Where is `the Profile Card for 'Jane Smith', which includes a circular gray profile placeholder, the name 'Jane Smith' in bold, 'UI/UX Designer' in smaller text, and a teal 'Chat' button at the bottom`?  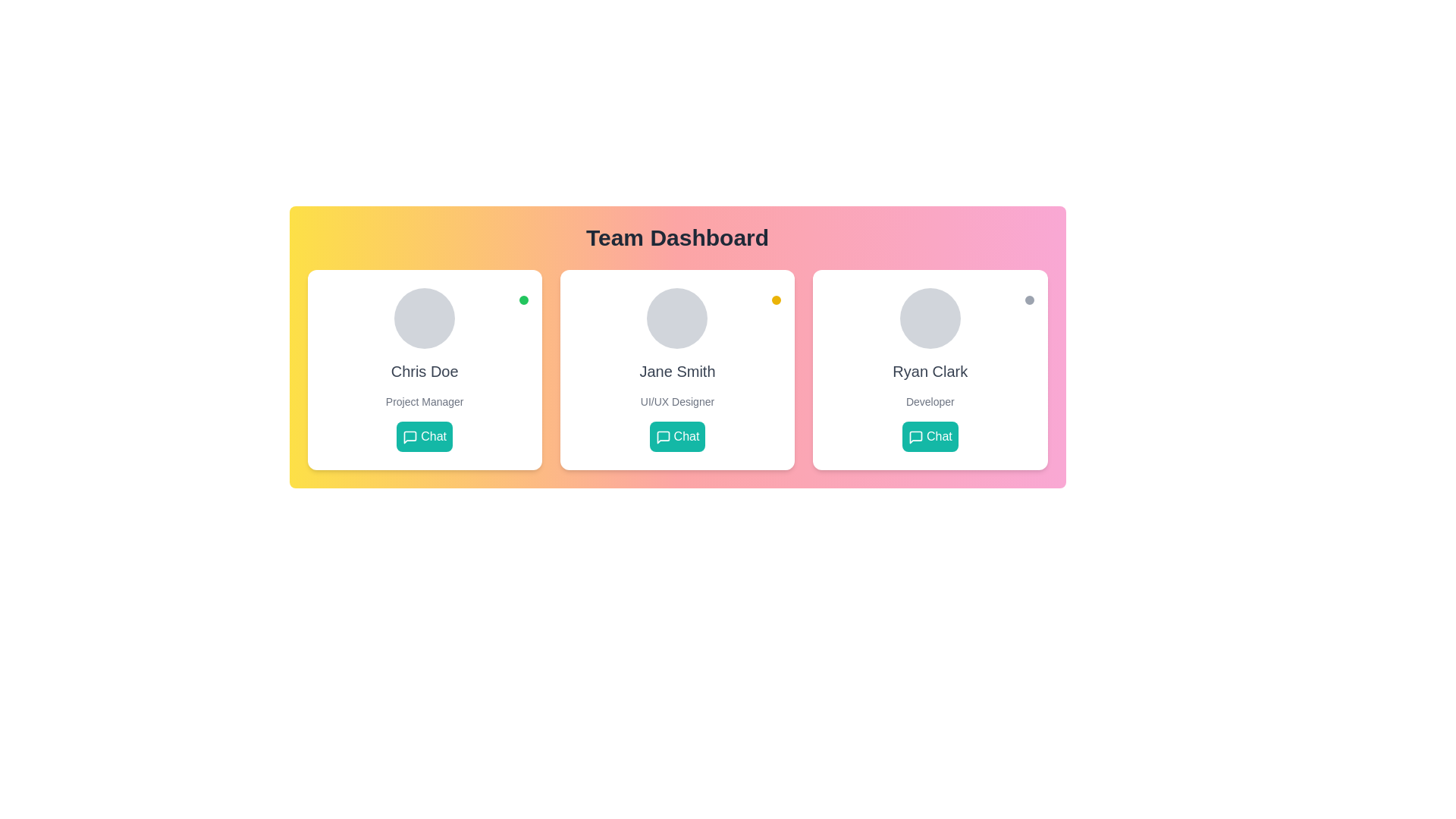 the Profile Card for 'Jane Smith', which includes a circular gray profile placeholder, the name 'Jane Smith' in bold, 'UI/UX Designer' in smaller text, and a teal 'Chat' button at the bottom is located at coordinates (676, 370).